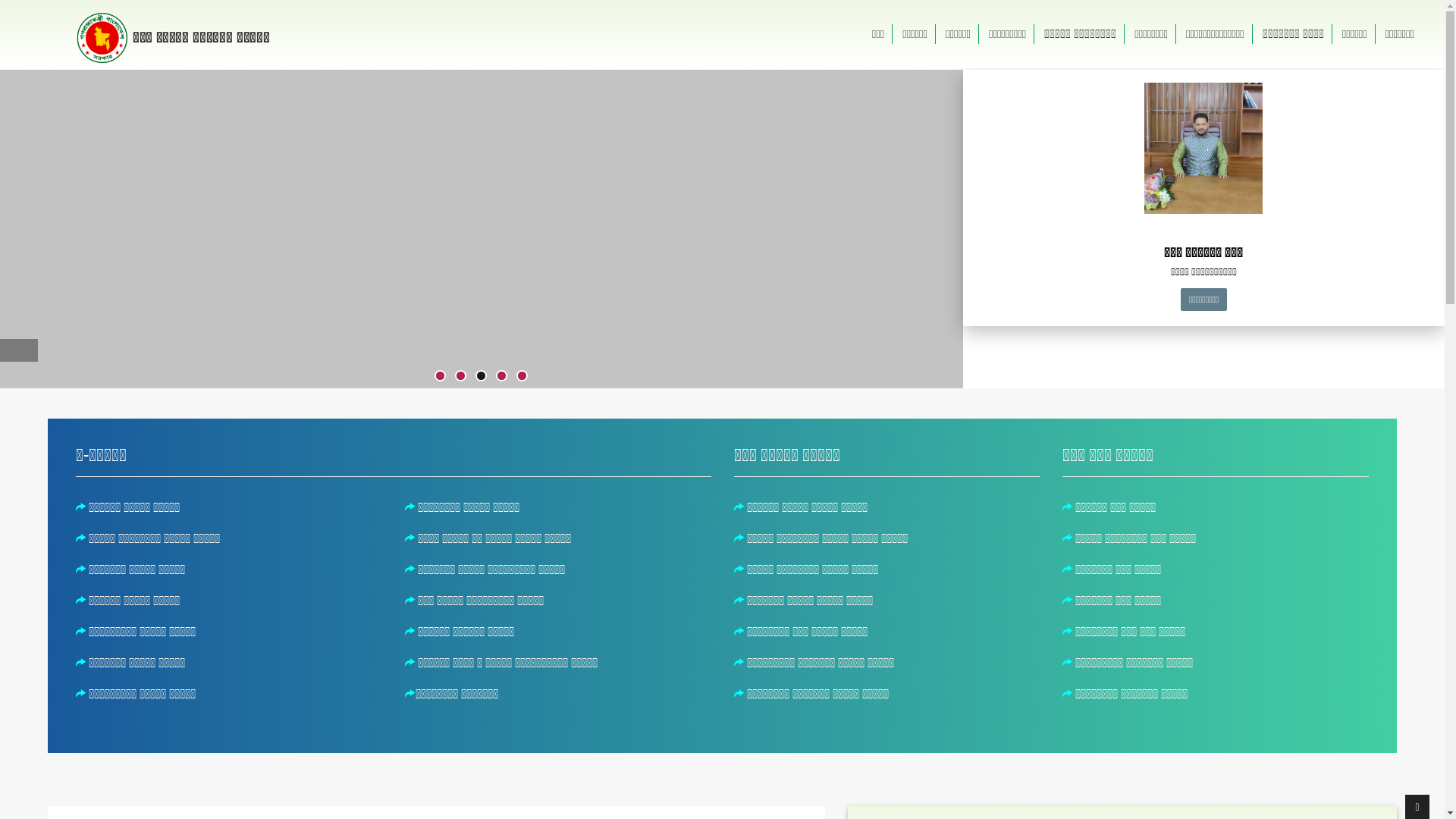 The width and height of the screenshot is (1456, 819). Describe the element at coordinates (455, 375) in the screenshot. I see `'2'` at that location.